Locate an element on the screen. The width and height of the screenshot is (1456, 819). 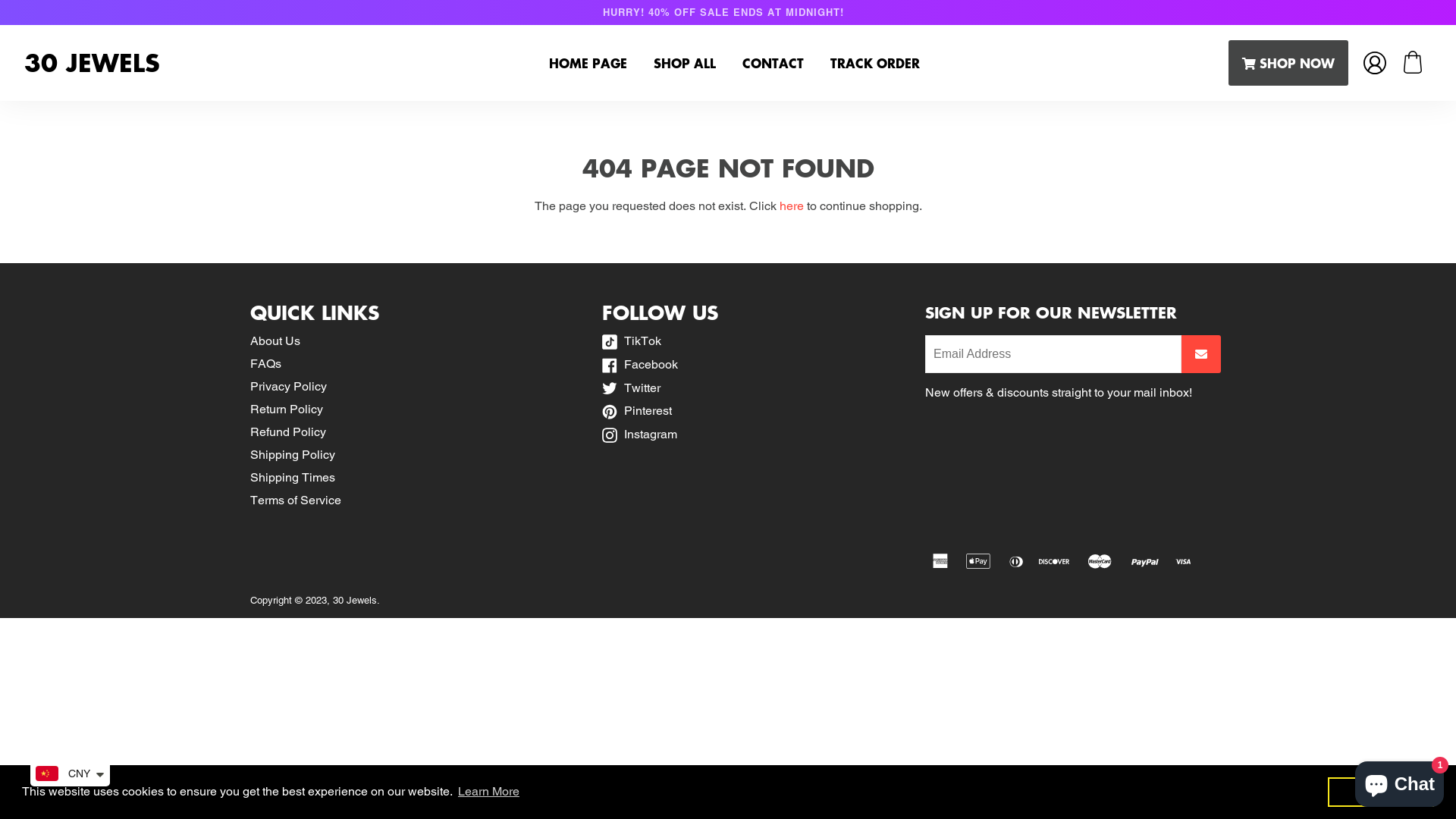
'30 Jewels' is located at coordinates (353, 604).